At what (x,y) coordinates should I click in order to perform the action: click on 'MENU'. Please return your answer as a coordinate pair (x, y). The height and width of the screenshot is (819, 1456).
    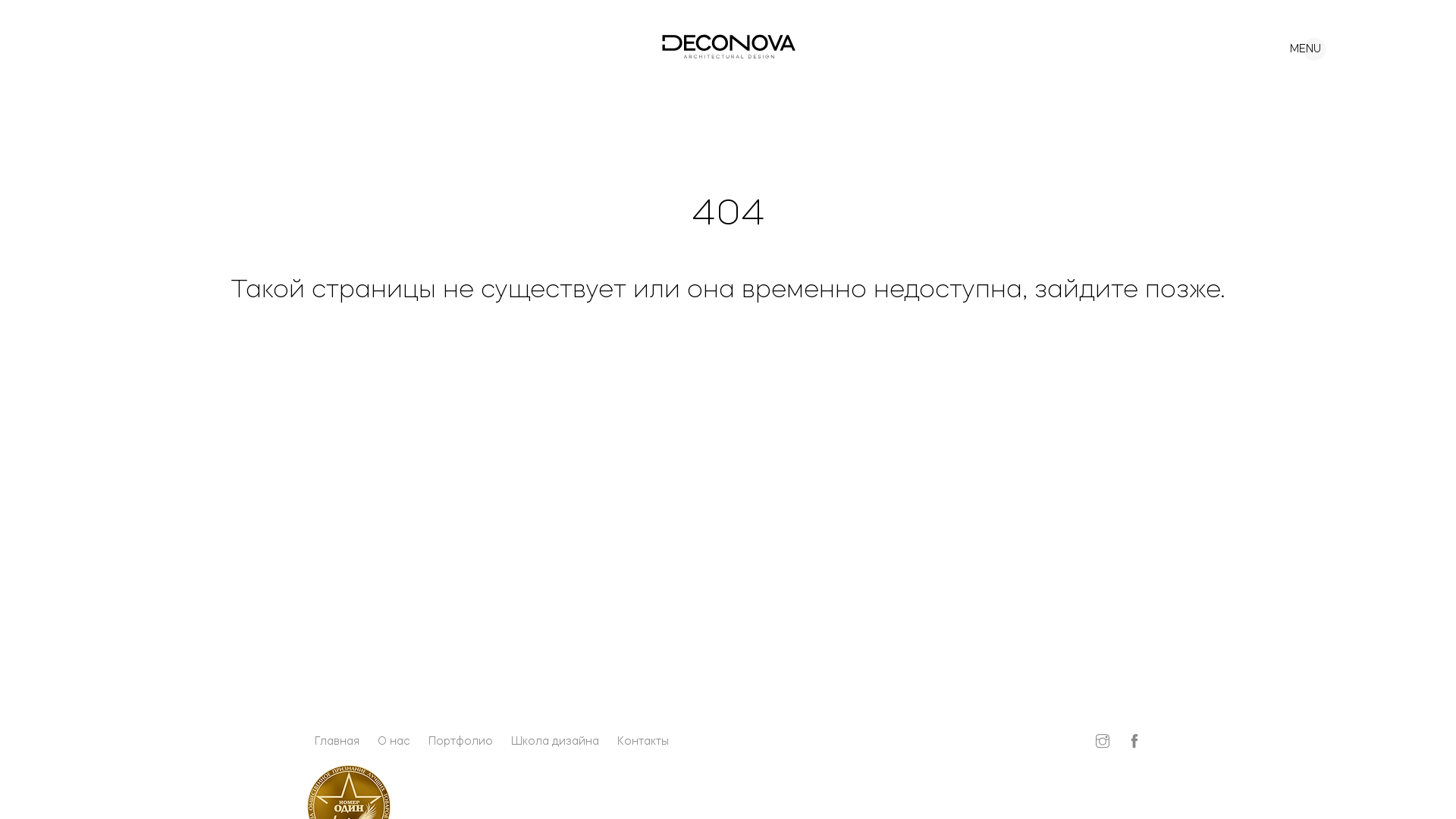
    Looking at the image, I should click on (1294, 44).